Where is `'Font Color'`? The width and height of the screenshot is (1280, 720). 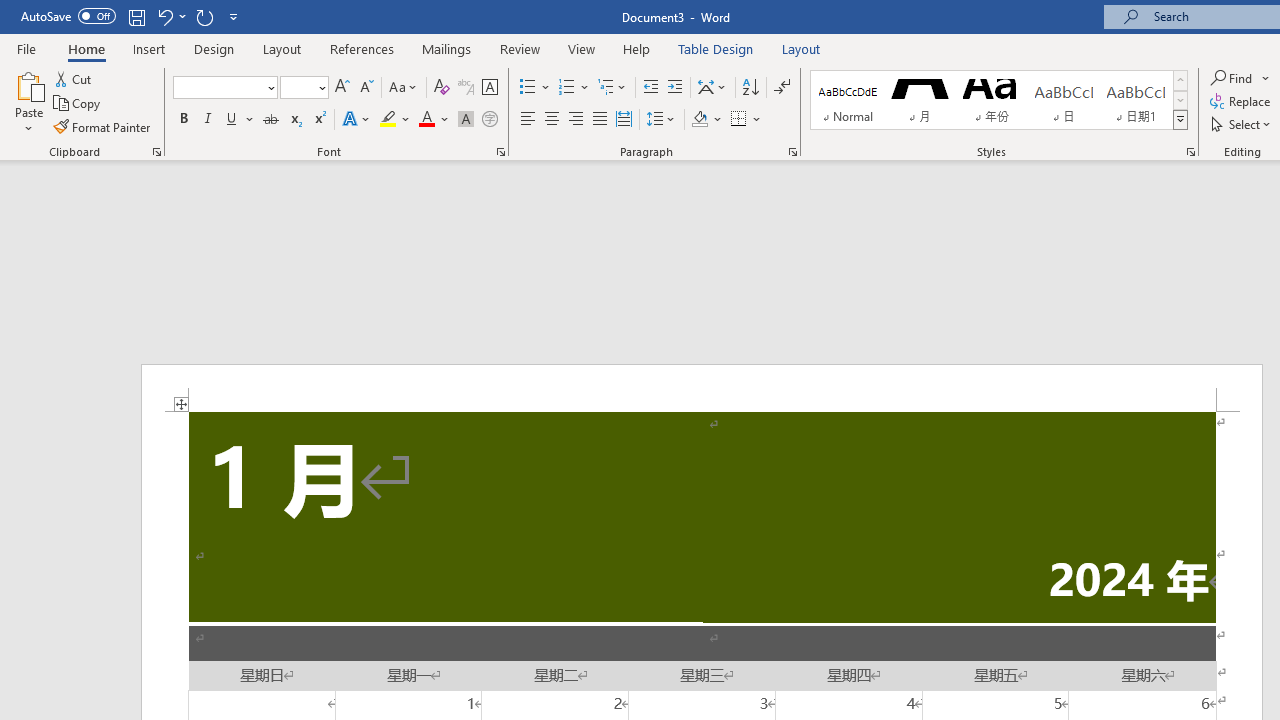 'Font Color' is located at coordinates (433, 119).